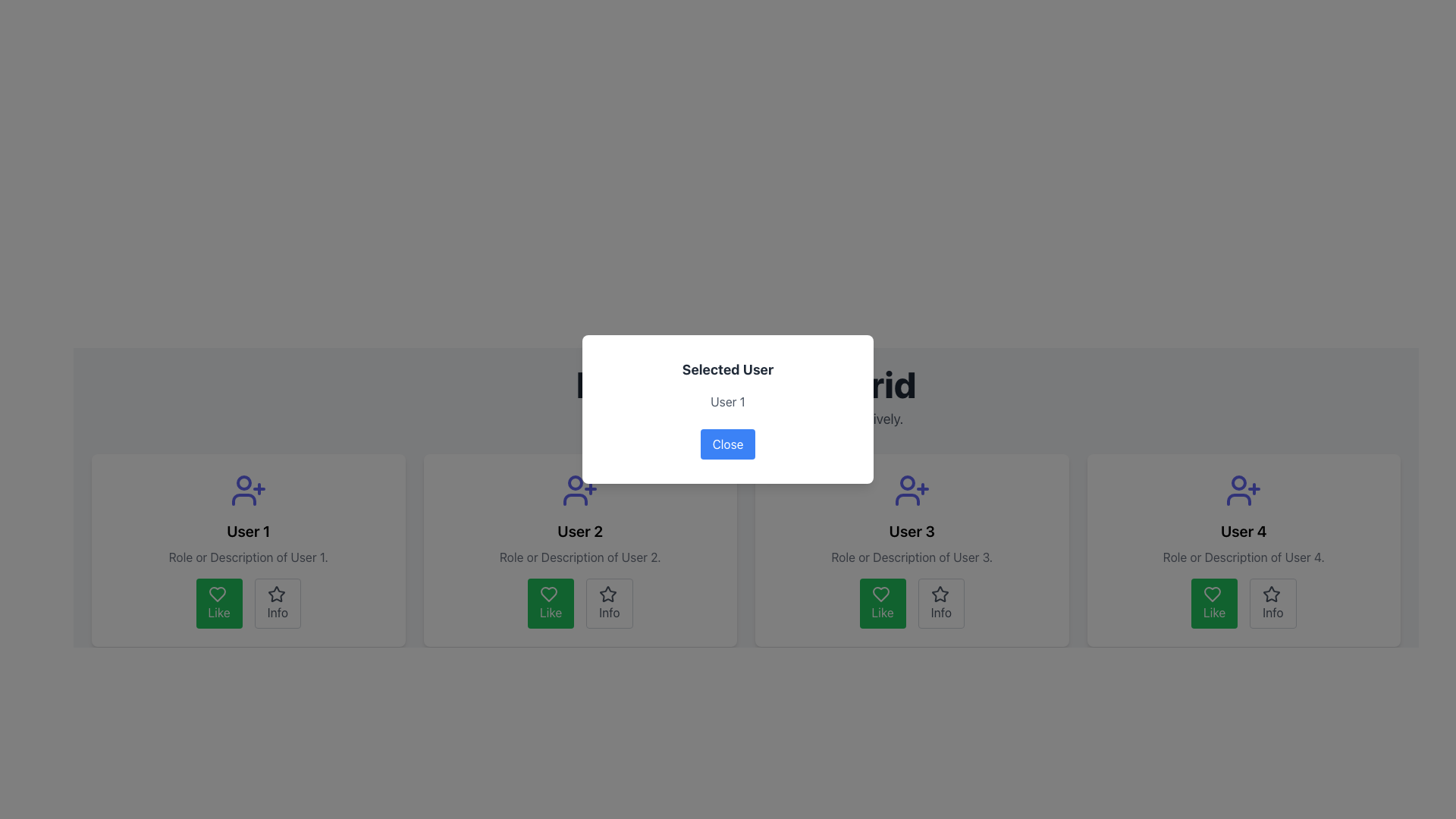  Describe the element at coordinates (728, 370) in the screenshot. I see `the Text label that serves as the title or header of the modal window, which is located in the upper section of the modal, centered horizontally, and positioned above the text 'User 1'` at that location.